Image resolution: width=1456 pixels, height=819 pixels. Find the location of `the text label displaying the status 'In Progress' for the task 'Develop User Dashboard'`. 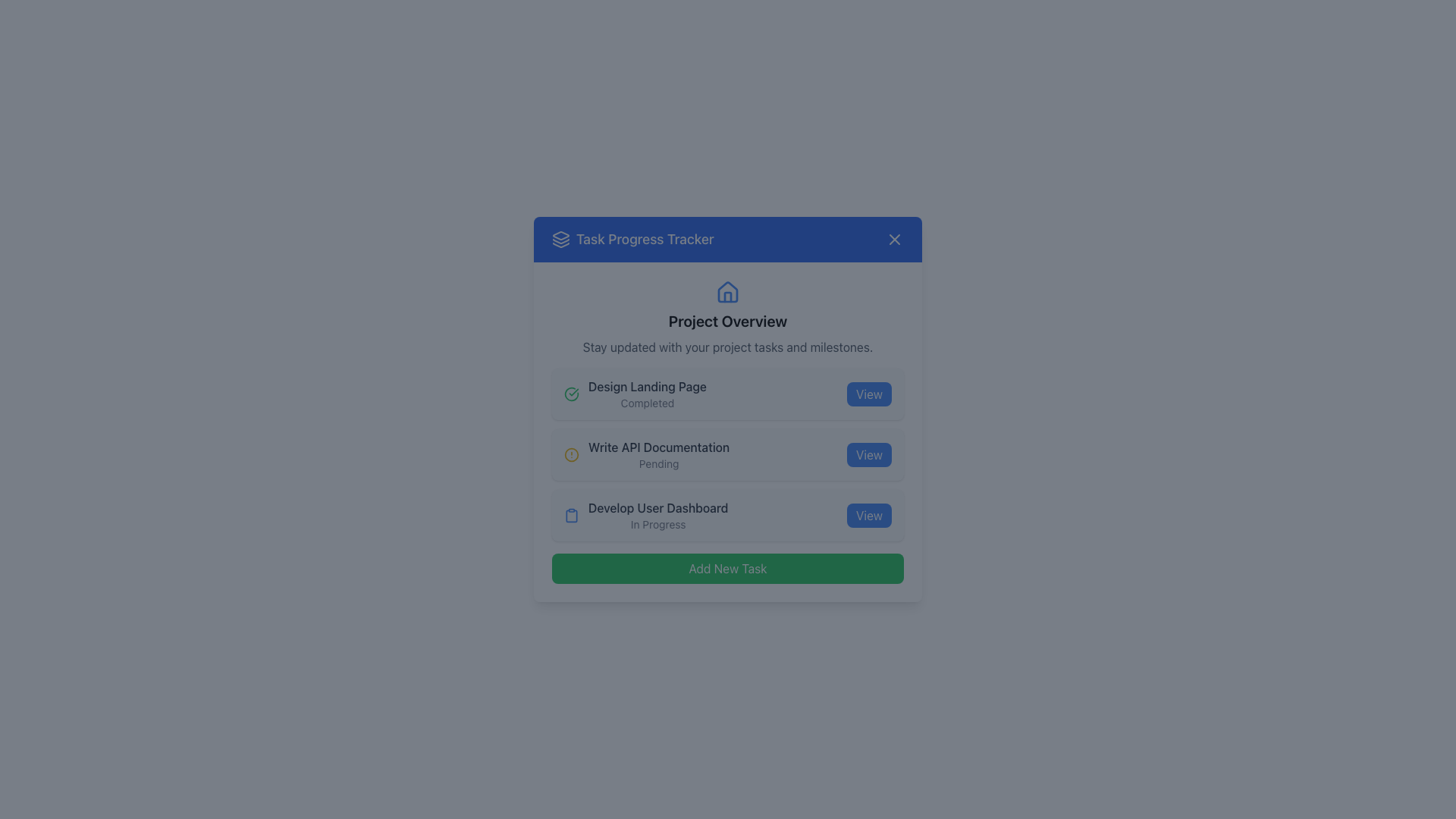

the text label displaying the status 'In Progress' for the task 'Develop User Dashboard' is located at coordinates (658, 523).